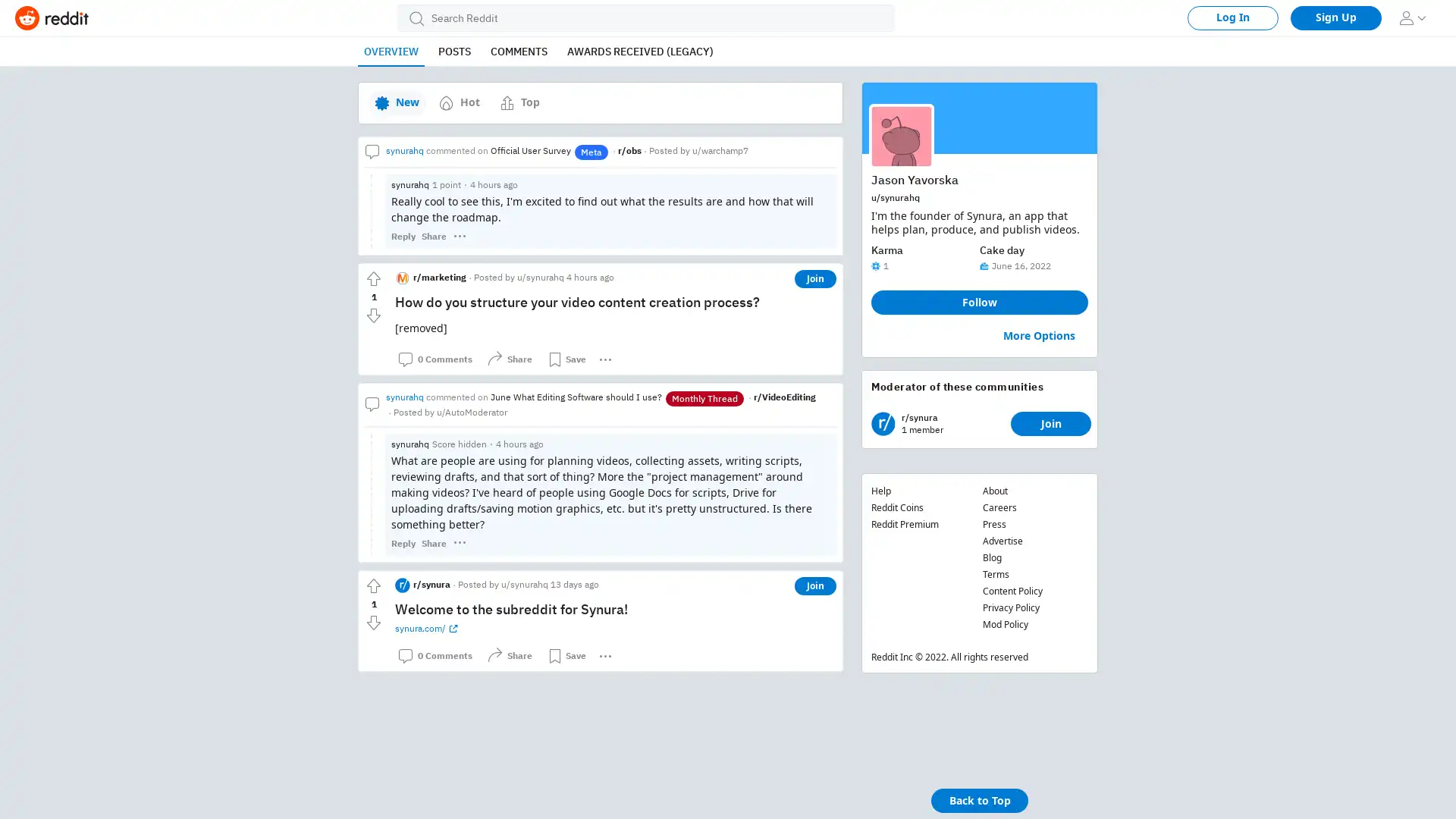  I want to click on Join, so click(1050, 424).